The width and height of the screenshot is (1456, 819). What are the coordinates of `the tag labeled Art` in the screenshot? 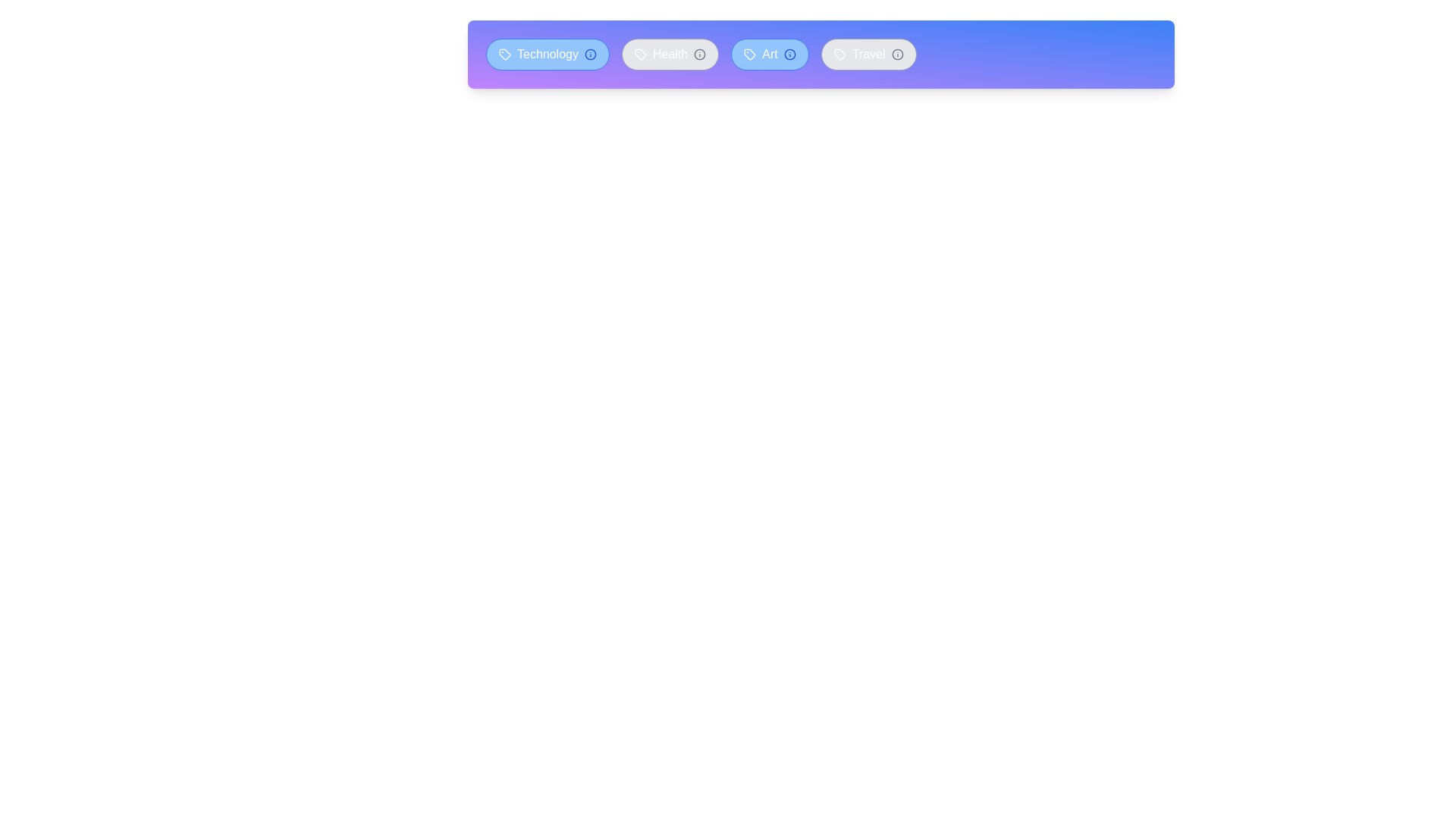 It's located at (769, 54).